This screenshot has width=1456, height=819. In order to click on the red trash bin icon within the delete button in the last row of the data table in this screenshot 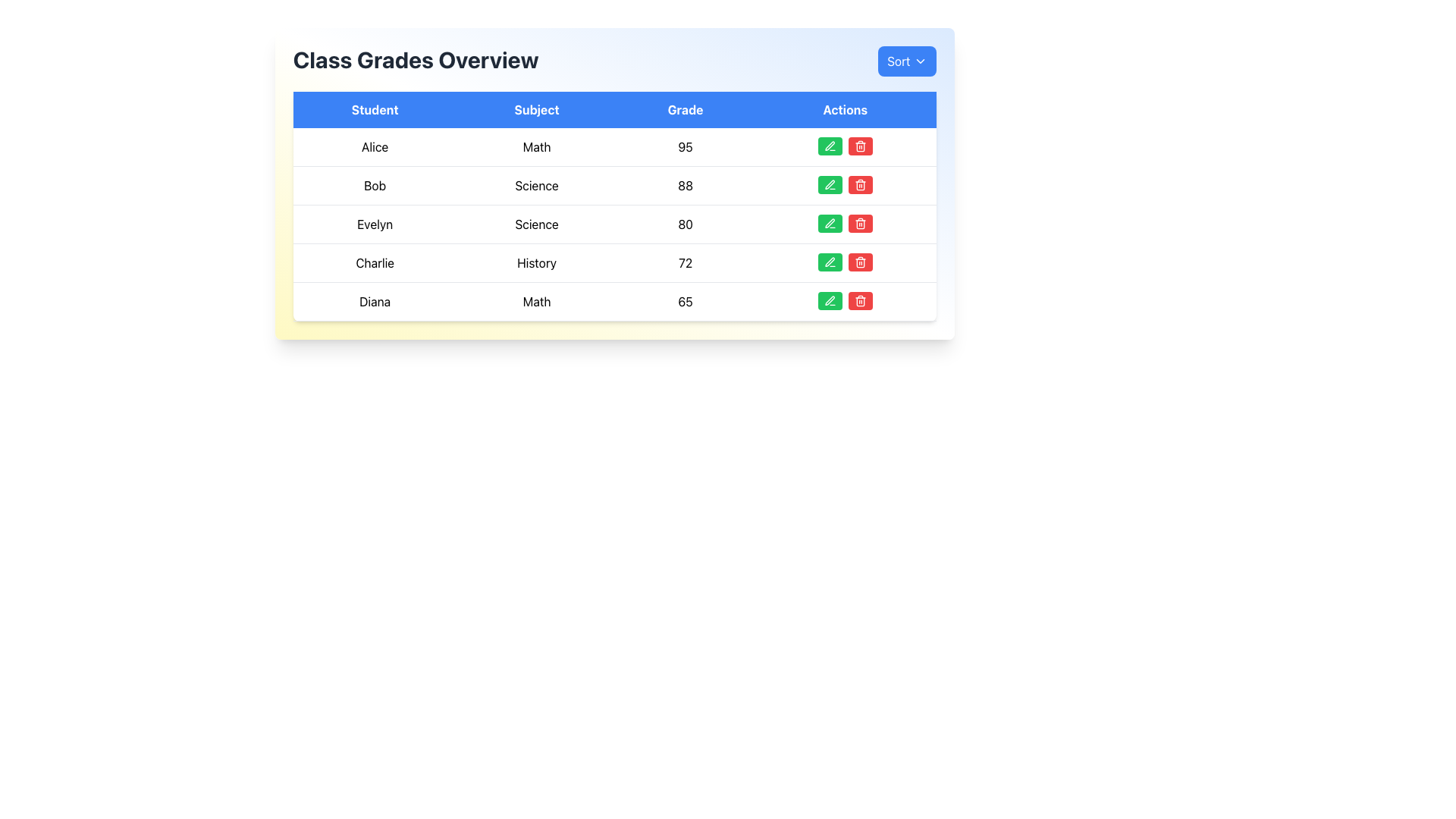, I will do `click(860, 301)`.